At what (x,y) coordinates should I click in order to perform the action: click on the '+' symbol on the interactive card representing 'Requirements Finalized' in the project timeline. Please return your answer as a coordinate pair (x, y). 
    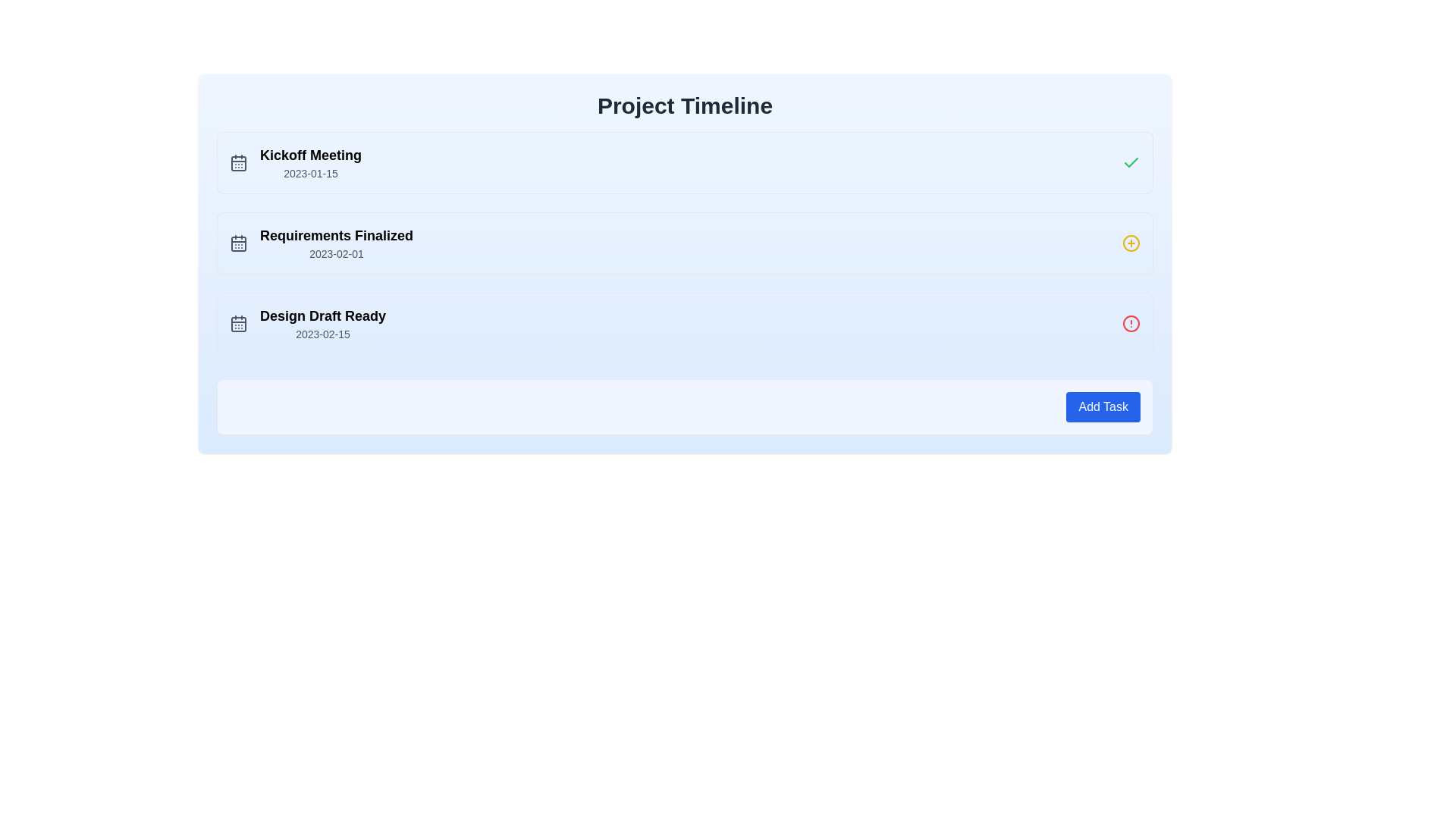
    Looking at the image, I should click on (684, 242).